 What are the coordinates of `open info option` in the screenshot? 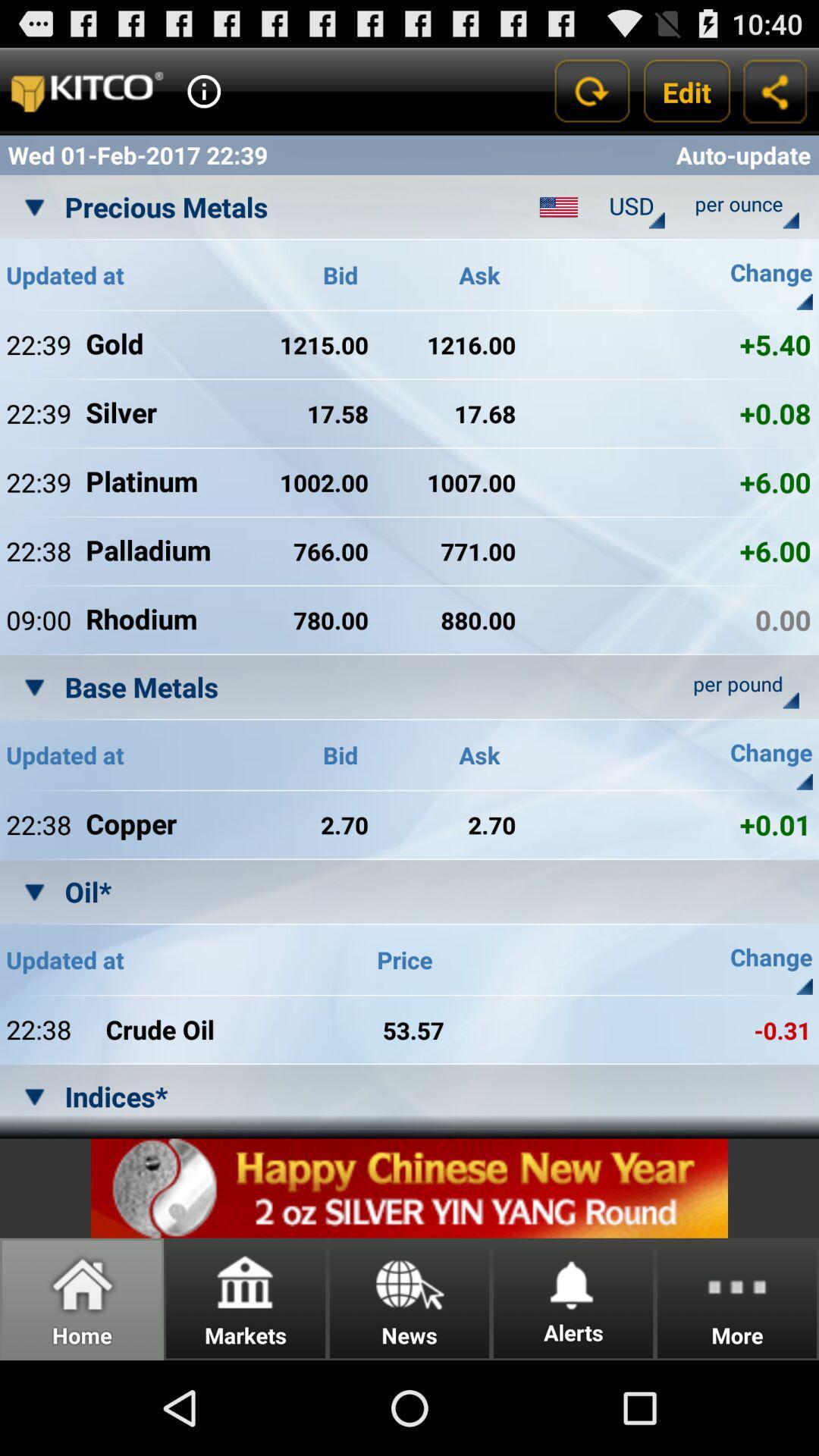 It's located at (203, 90).